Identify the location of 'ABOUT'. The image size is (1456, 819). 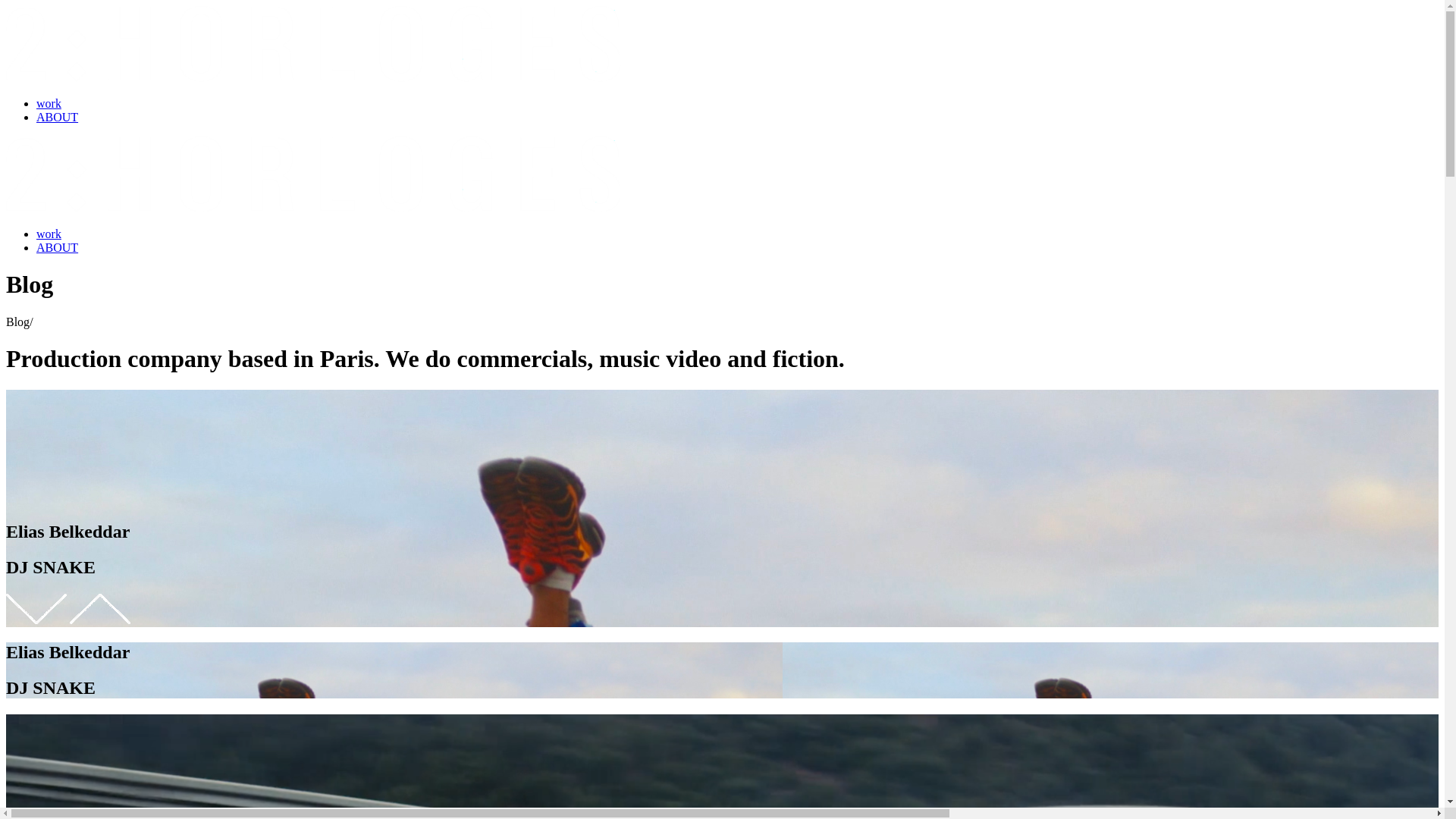
(57, 246).